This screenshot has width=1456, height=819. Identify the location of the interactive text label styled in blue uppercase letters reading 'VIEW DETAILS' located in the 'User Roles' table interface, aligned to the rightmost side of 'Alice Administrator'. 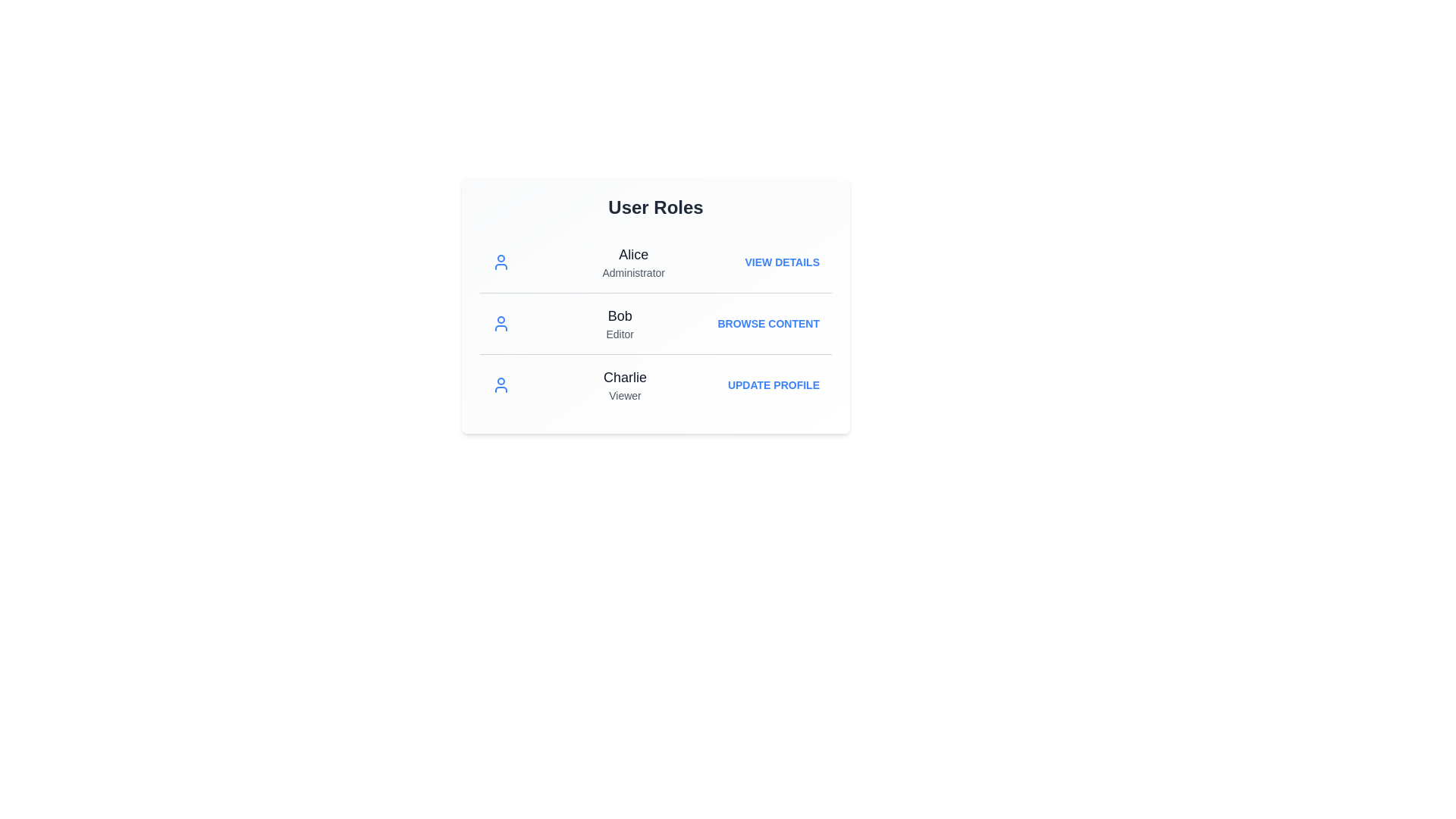
(782, 262).